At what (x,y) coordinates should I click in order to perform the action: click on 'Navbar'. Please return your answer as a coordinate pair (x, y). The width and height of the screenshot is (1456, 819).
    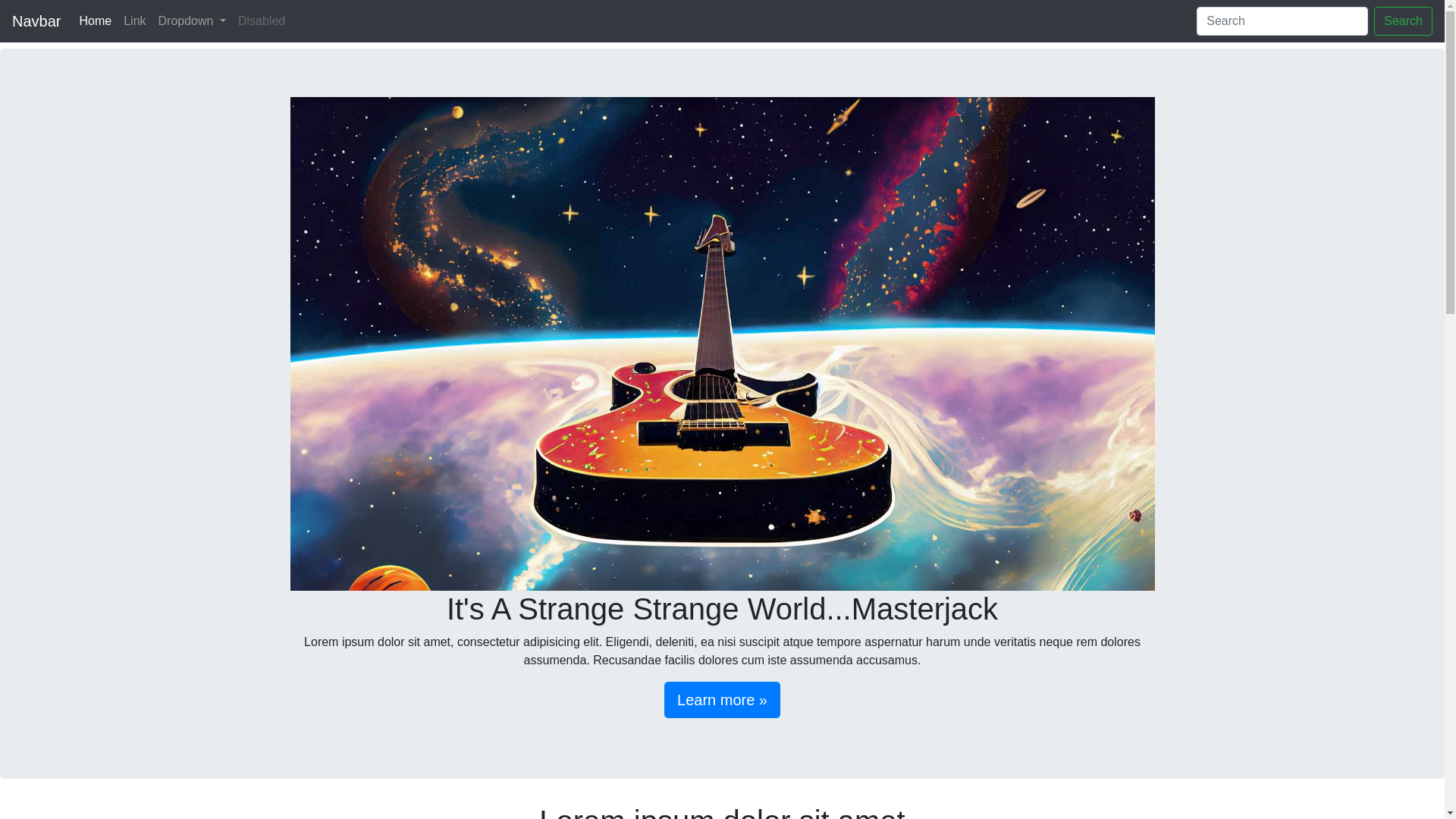
    Looking at the image, I should click on (36, 20).